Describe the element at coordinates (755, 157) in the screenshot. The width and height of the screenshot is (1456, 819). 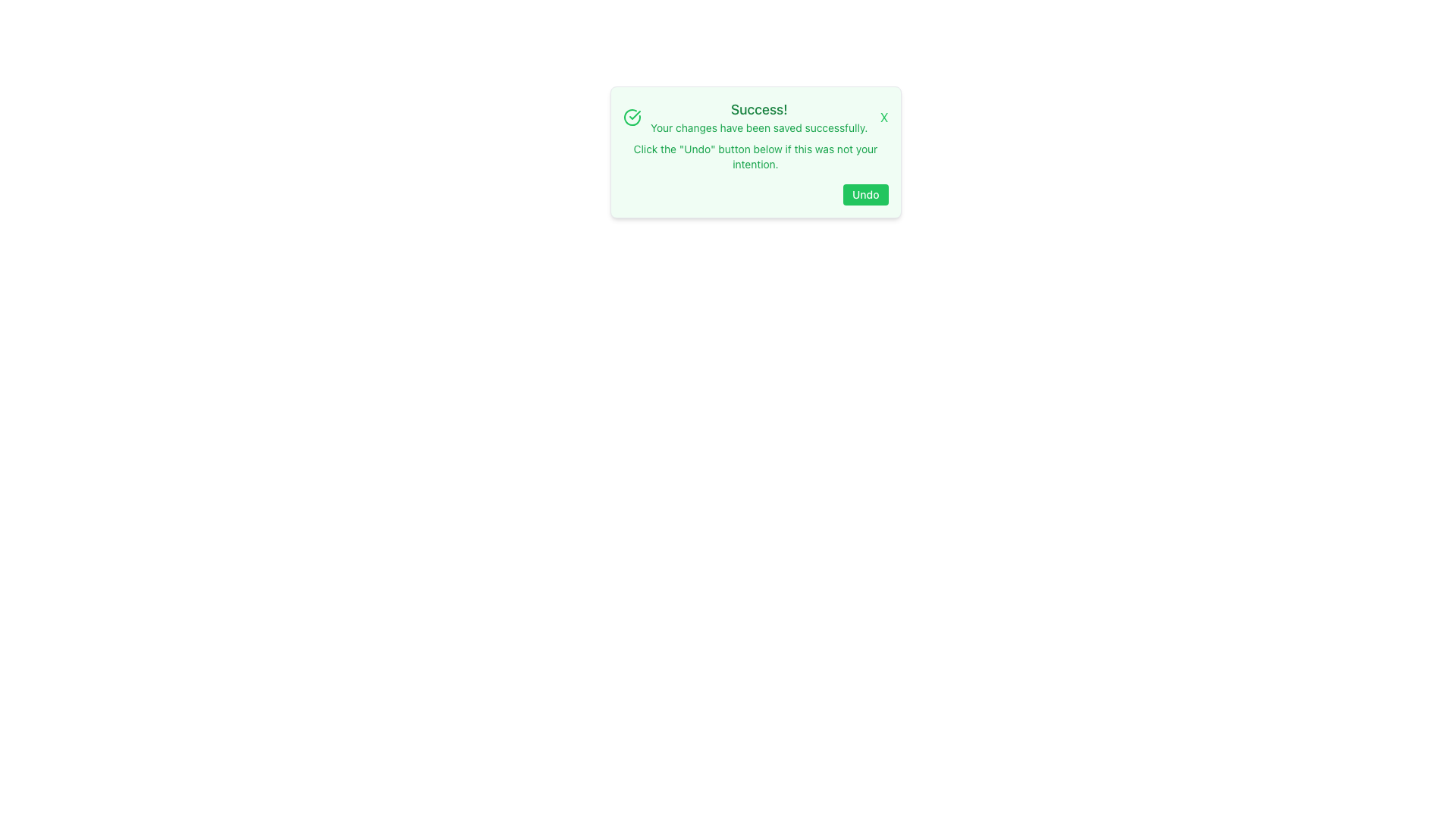
I see `the Text Label that provides guidance for the 'Undo' action located within a notification card after the title 'Success!'` at that location.